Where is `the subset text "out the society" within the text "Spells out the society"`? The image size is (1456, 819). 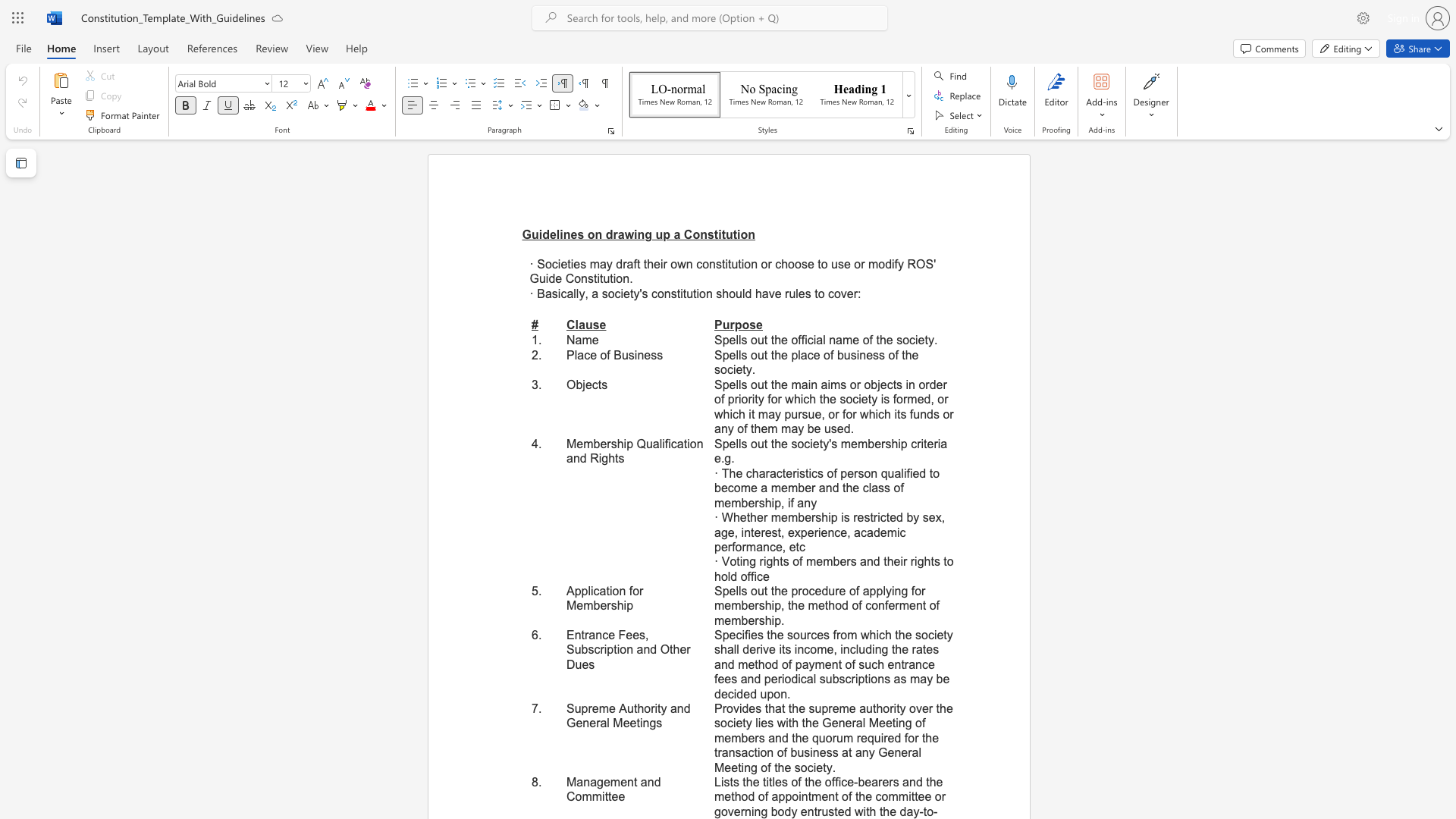 the subset text "out the society" within the text "Spells out the society" is located at coordinates (750, 444).